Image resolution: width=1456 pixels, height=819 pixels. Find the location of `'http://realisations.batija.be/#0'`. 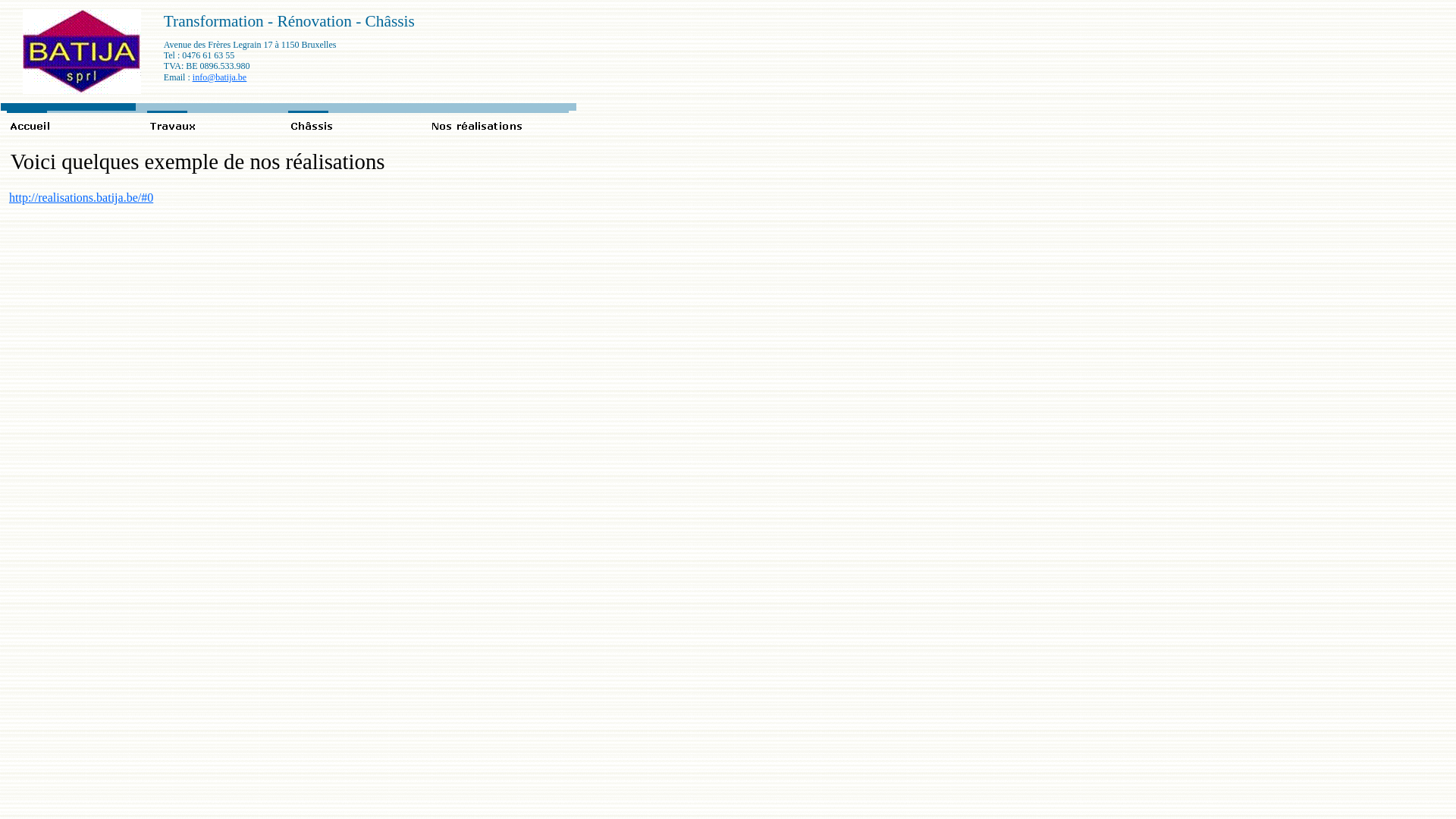

'http://realisations.batija.be/#0' is located at coordinates (80, 196).